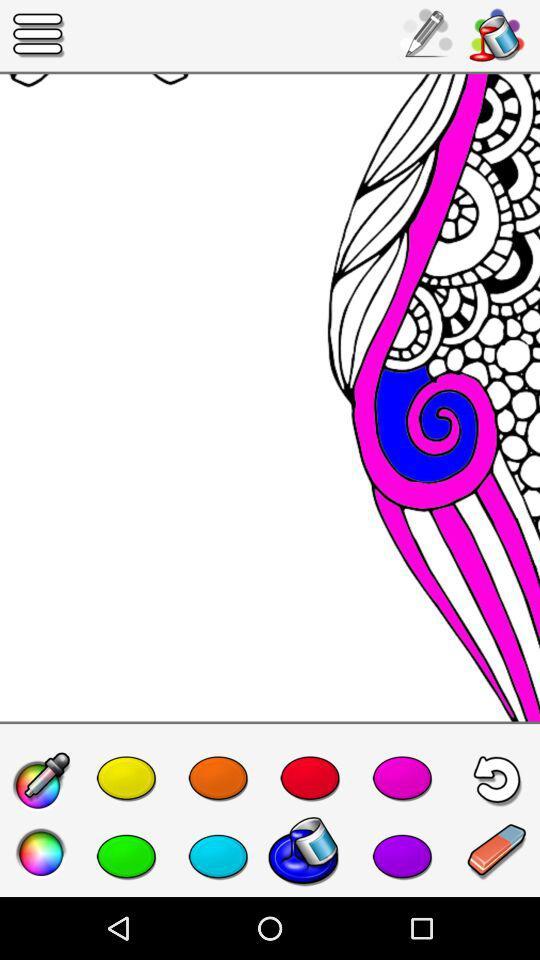  I want to click on the edit icon, so click(41, 782).